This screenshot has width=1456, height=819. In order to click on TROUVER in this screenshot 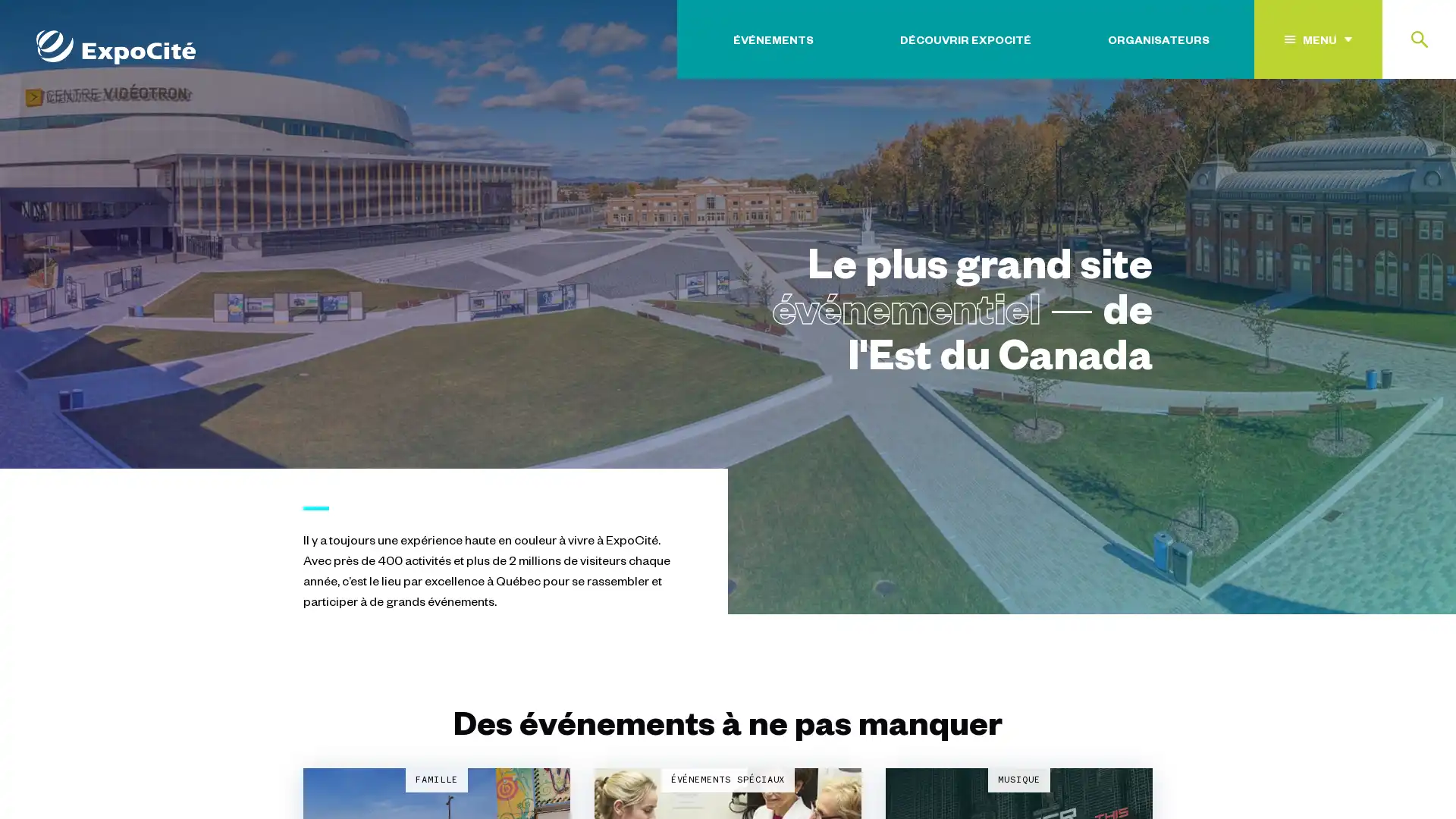, I will do `click(1380, 131)`.